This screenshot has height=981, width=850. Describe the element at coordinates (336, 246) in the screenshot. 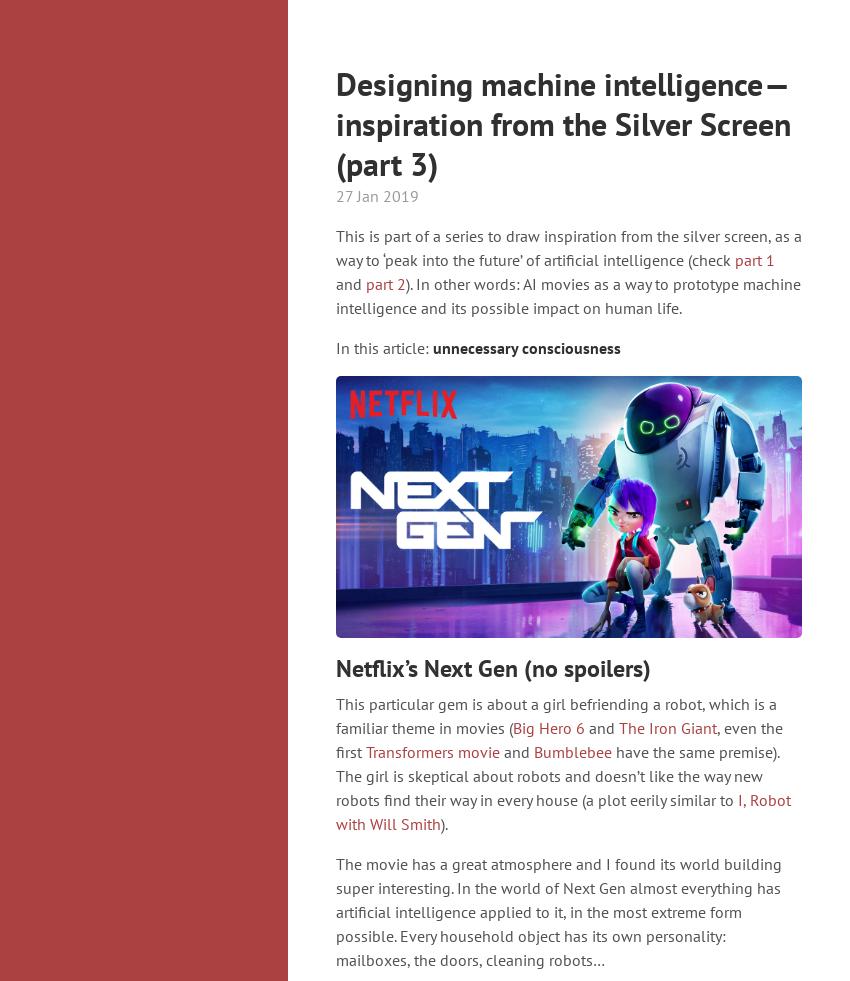

I see `'This is part of a series to draw inspiration from the silver screen, as a way to ‘peak into the future’ of artificial intelligence (check'` at that location.